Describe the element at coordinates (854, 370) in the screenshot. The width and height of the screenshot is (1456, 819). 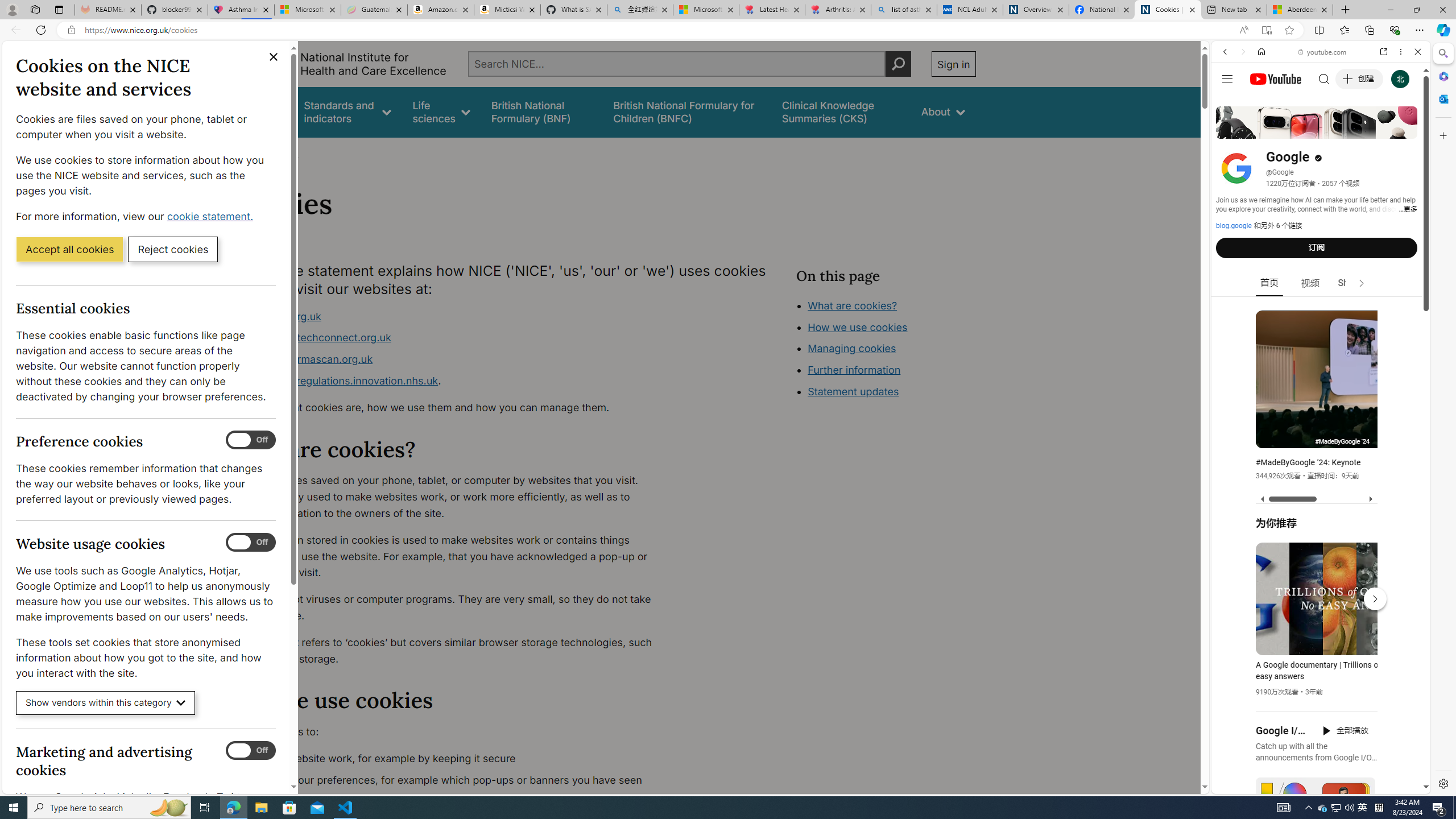
I see `'Further information'` at that location.